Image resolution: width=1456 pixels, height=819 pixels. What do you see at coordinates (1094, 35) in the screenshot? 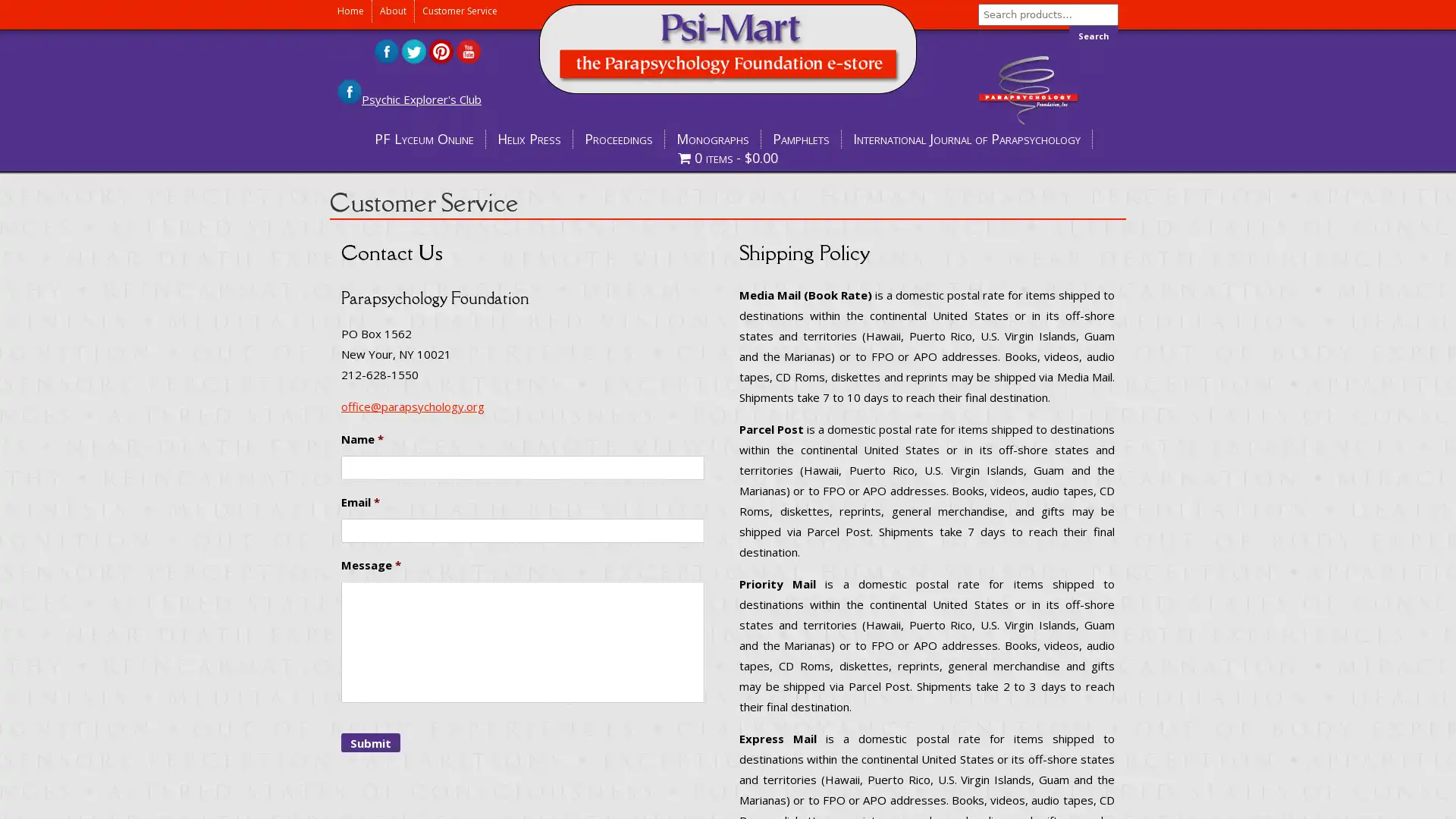
I see `Search` at bounding box center [1094, 35].